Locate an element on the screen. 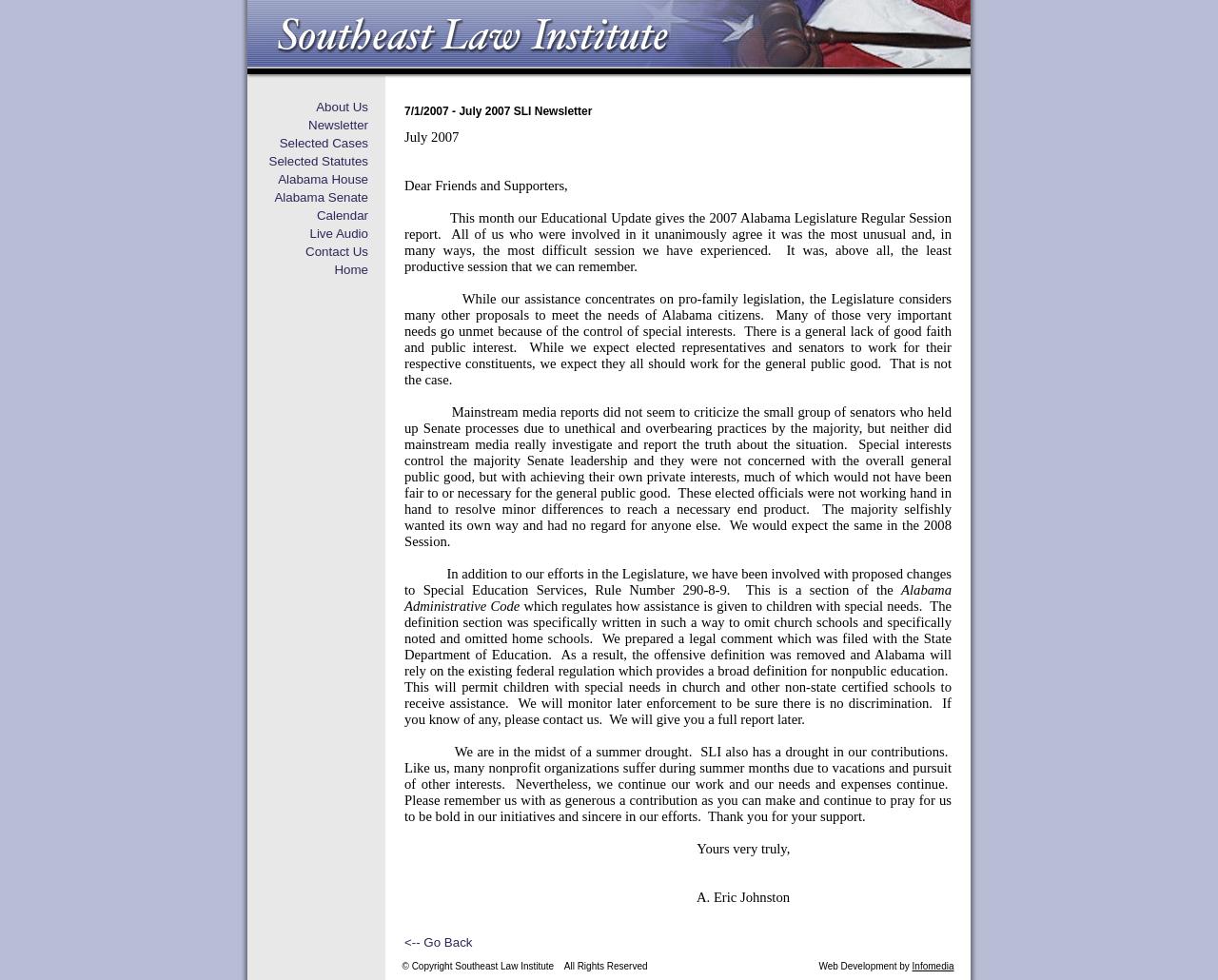 The image size is (1218, 980). 'While our assistance concentrates on pro-family legislation, the Legislature considers many other proposals to meet the needs of' is located at coordinates (678, 305).